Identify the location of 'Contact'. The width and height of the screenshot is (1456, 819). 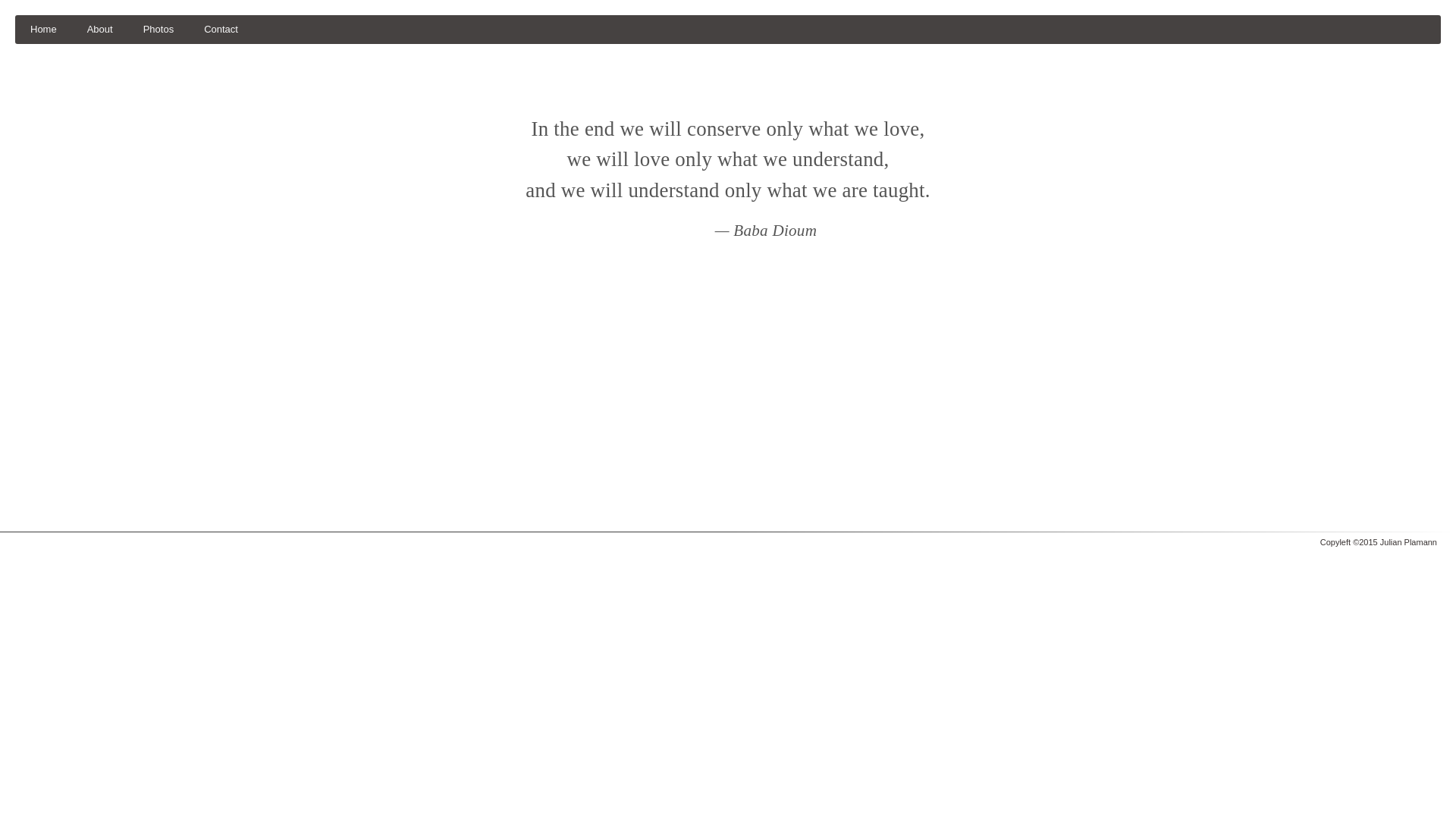
(220, 29).